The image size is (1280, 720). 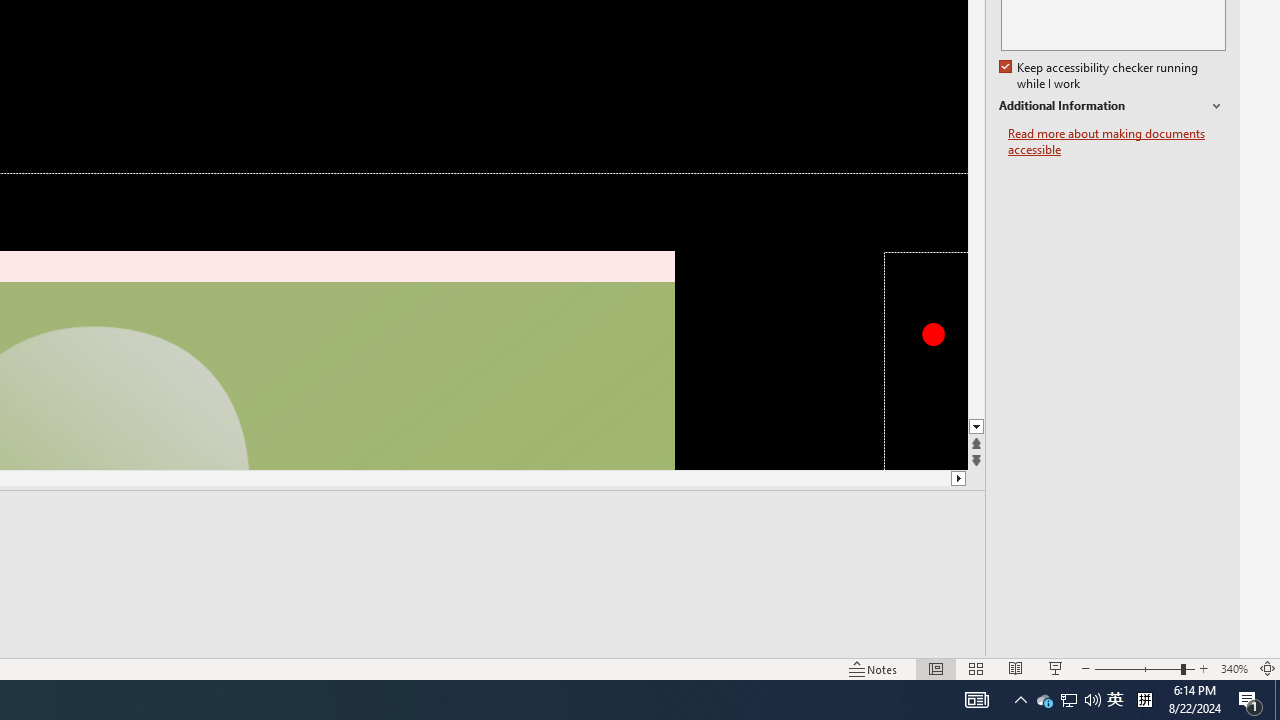 What do you see at coordinates (874, 669) in the screenshot?
I see `'Notes '` at bounding box center [874, 669].